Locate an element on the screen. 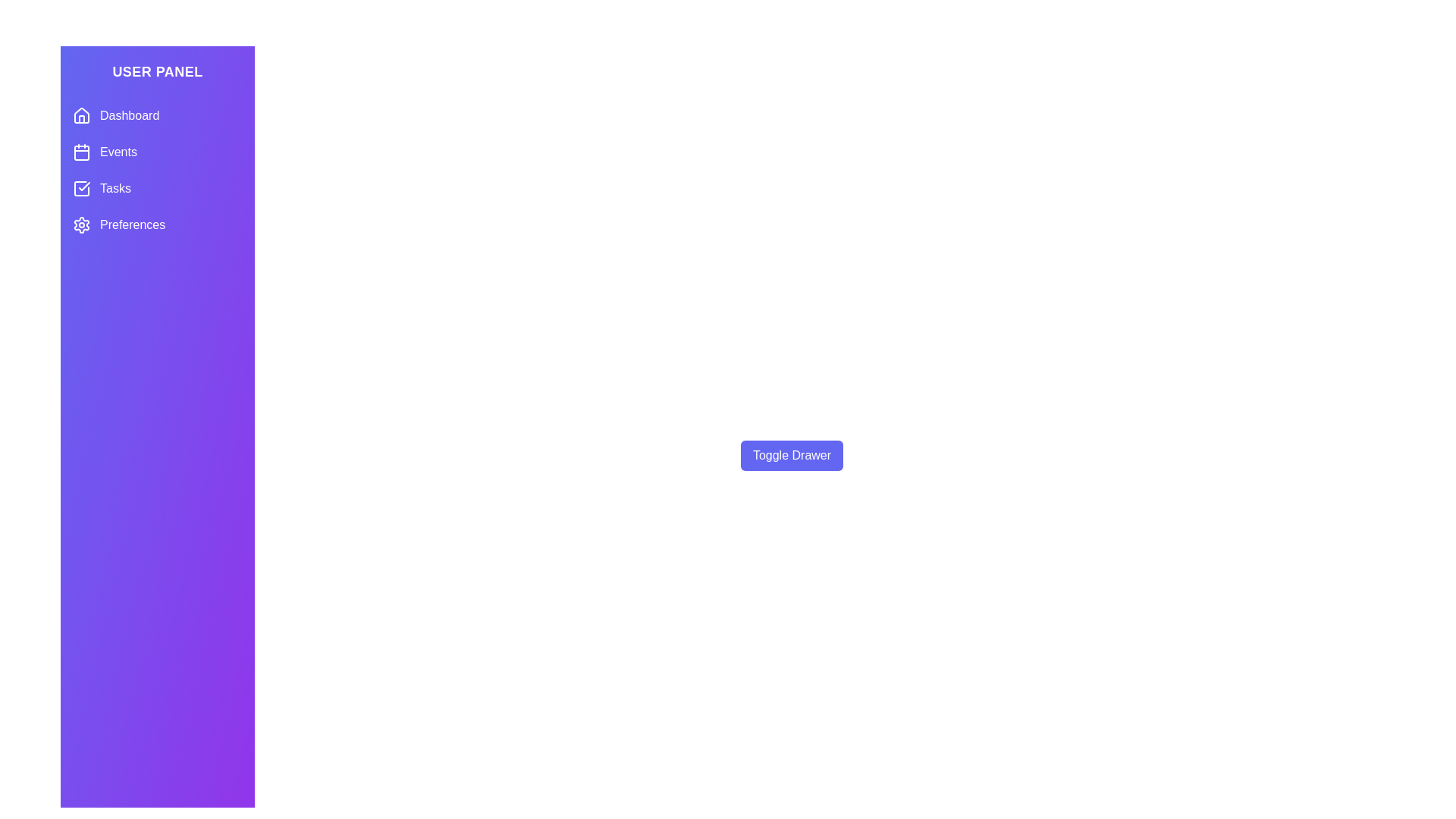 The image size is (1456, 819). the menu item Tasks from the menu is located at coordinates (157, 188).